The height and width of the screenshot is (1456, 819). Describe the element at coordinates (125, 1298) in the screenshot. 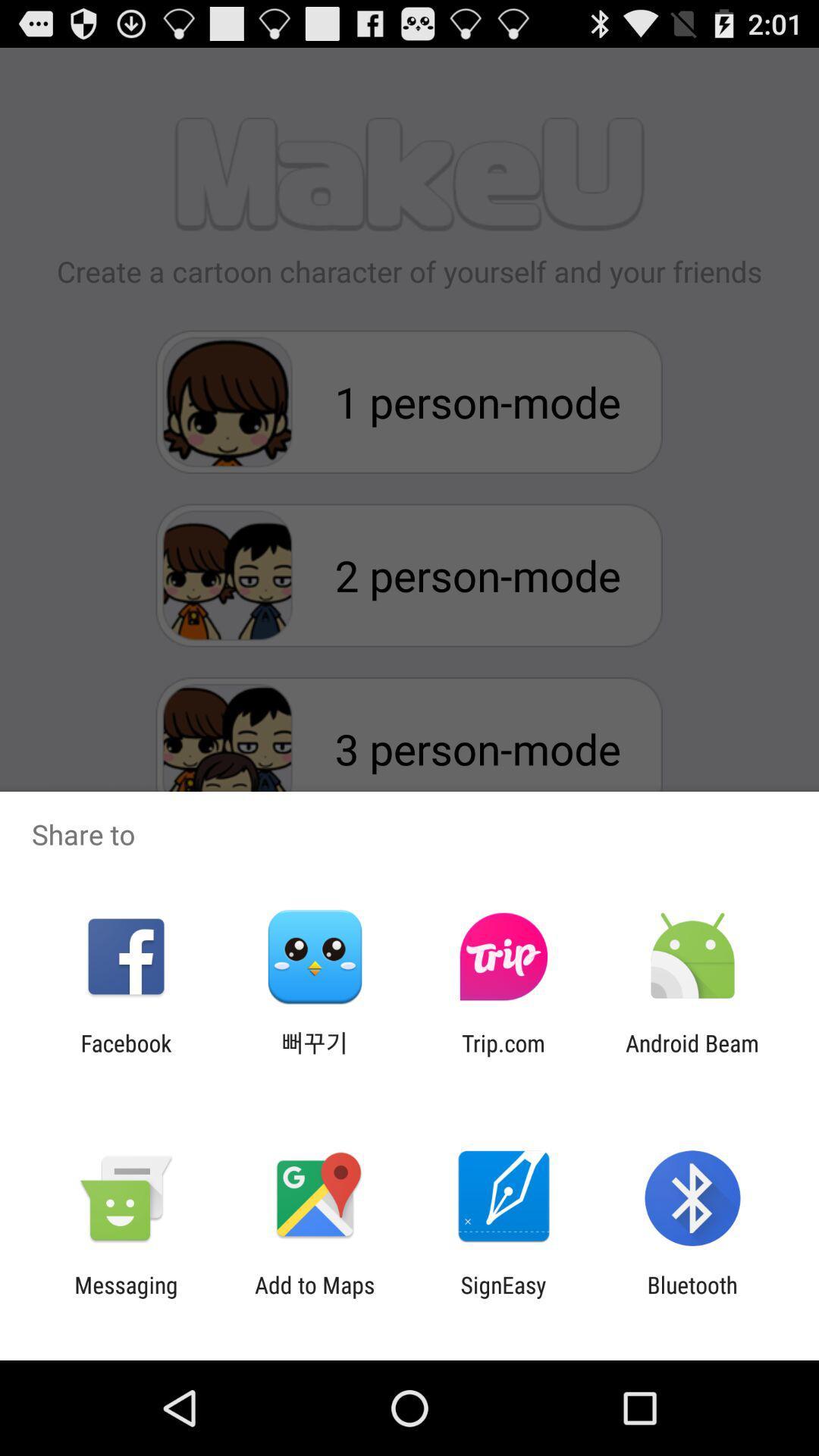

I see `item to the left of add to maps icon` at that location.